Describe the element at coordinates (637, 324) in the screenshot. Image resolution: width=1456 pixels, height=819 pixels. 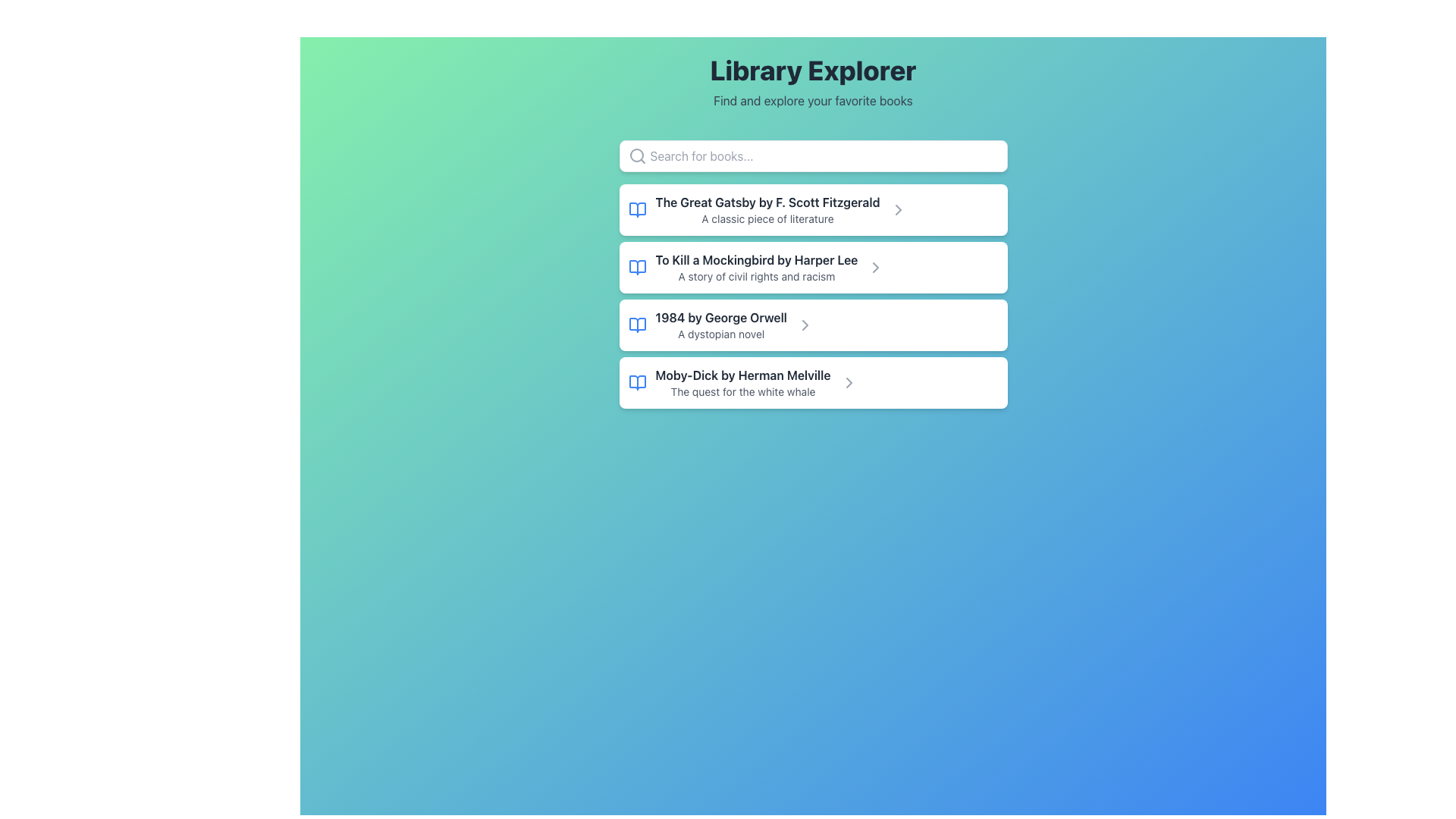
I see `the book icon that visually represents a book, located to the left of the text content '1984 by George Orwell' and 'A dystopian novel' within the third tile of a vertical list of book entries` at that location.